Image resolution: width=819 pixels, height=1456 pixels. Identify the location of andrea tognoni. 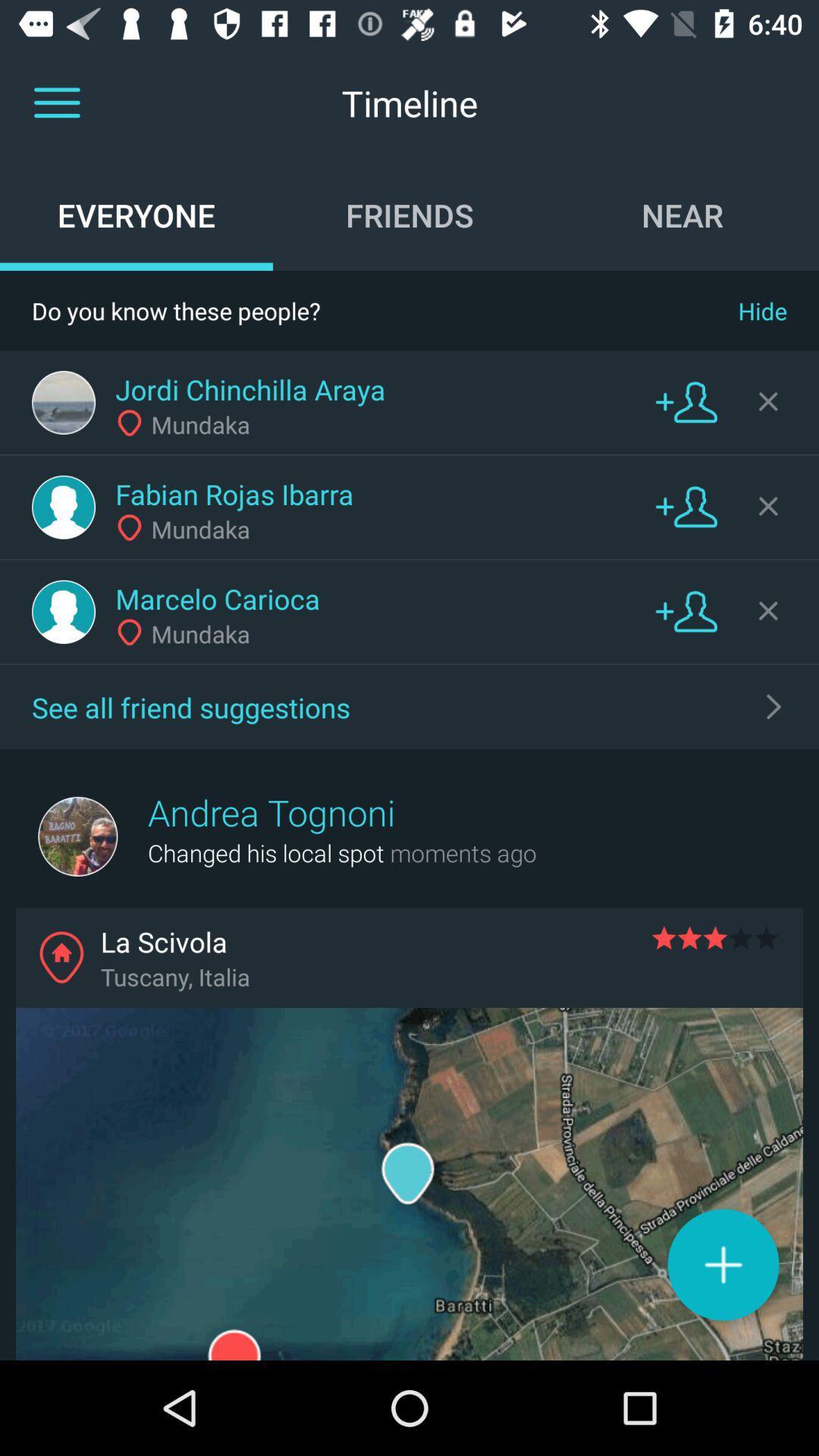
(271, 811).